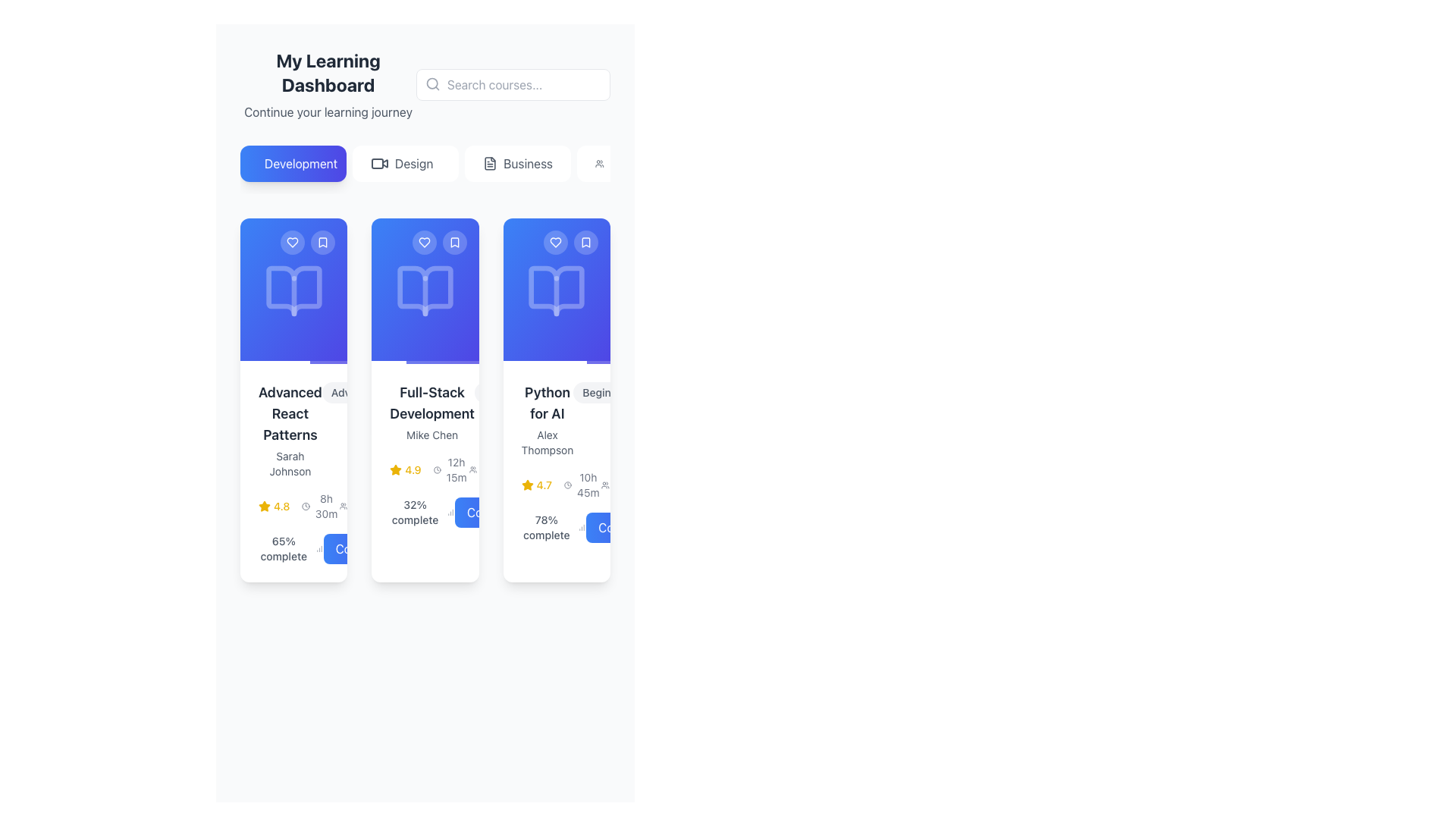  Describe the element at coordinates (560, 485) in the screenshot. I see `the informational display that shows the course's rating and estimated duration, located within the 'Python for AI' card under the 'Development' category` at that location.